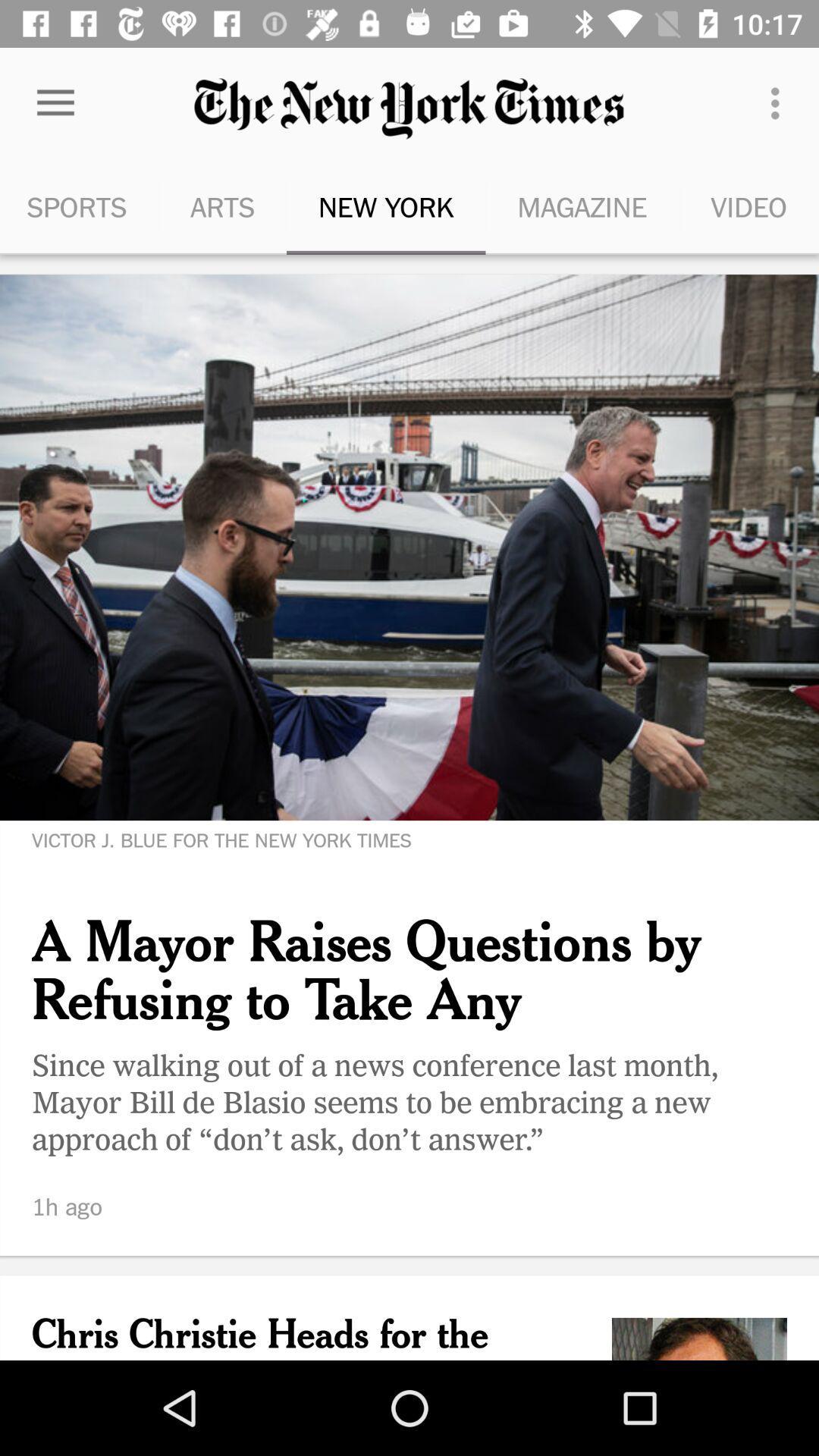 The height and width of the screenshot is (1456, 819). Describe the element at coordinates (581, 206) in the screenshot. I see `magazine icon` at that location.